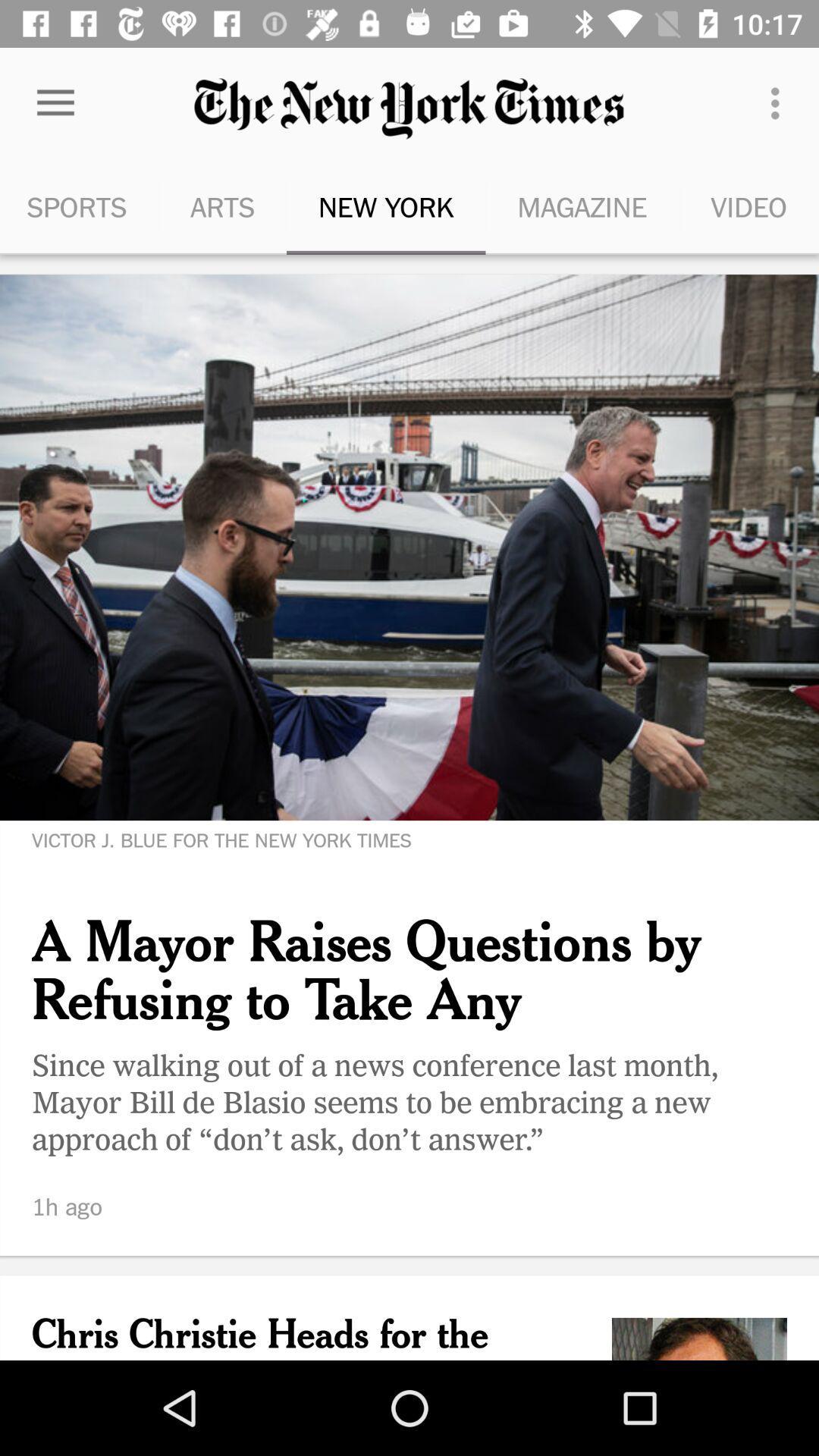 The height and width of the screenshot is (1456, 819). Describe the element at coordinates (581, 206) in the screenshot. I see `magazine icon` at that location.